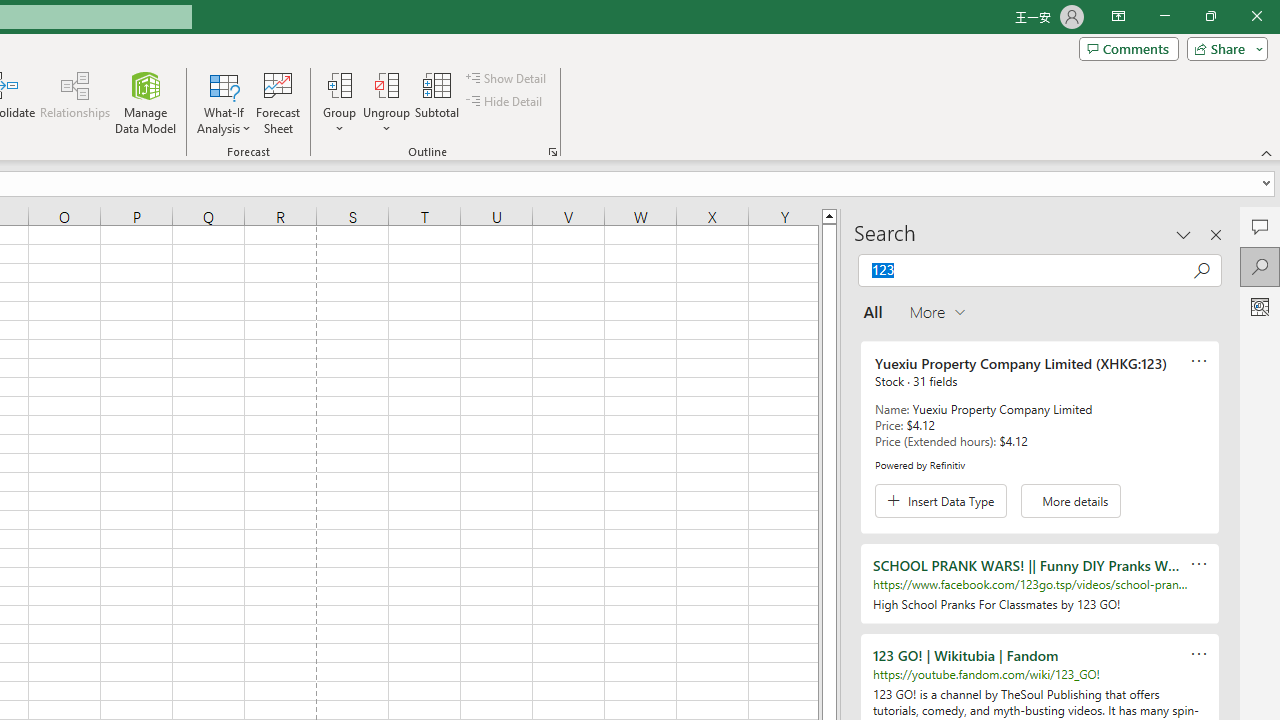  I want to click on 'Minimize', so click(1164, 16).